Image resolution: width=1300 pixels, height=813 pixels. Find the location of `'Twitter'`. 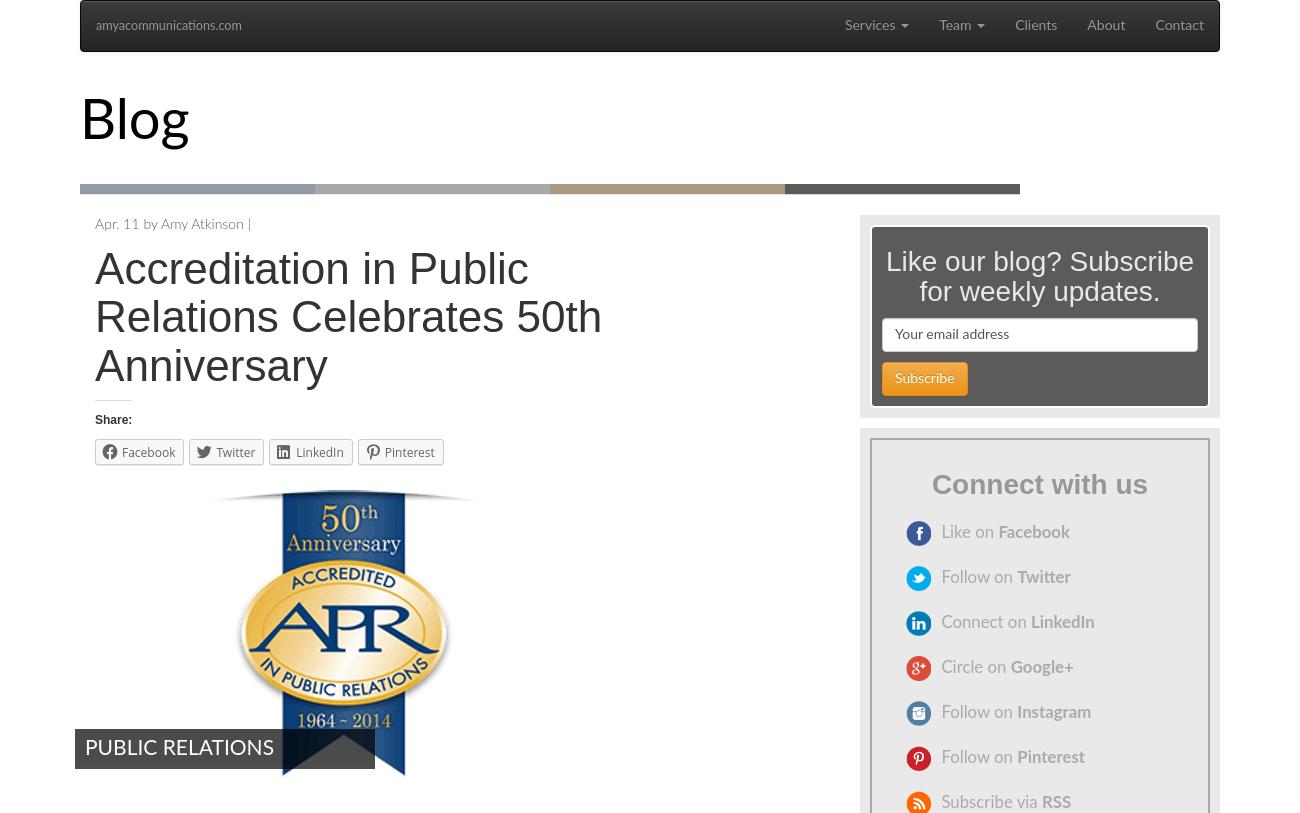

'Twitter' is located at coordinates (1015, 577).